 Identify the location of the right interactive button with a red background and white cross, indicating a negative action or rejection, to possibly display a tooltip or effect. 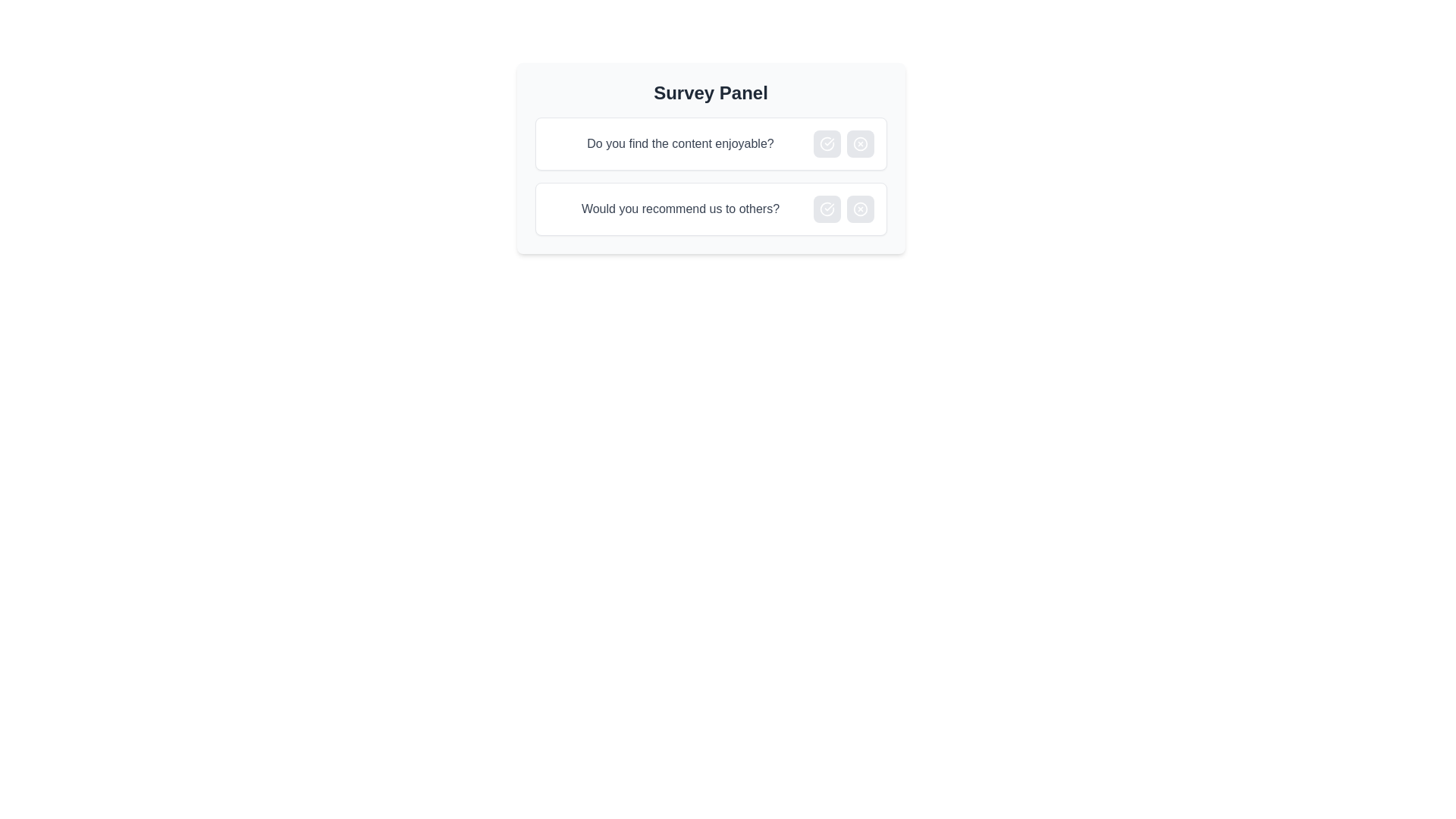
(843, 143).